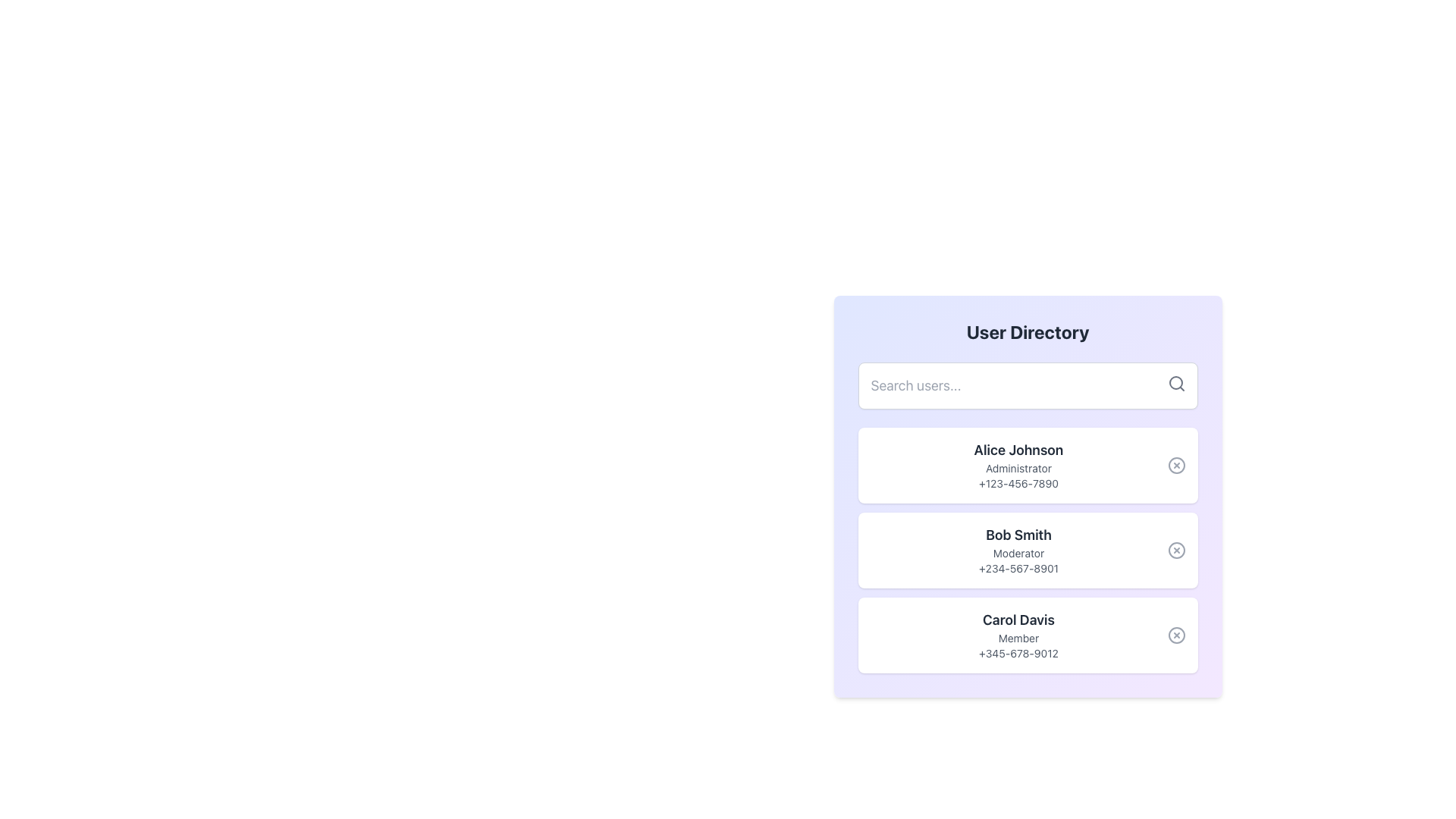  Describe the element at coordinates (1018, 464) in the screenshot. I see `on the top entry Information card in the User Directory section` at that location.